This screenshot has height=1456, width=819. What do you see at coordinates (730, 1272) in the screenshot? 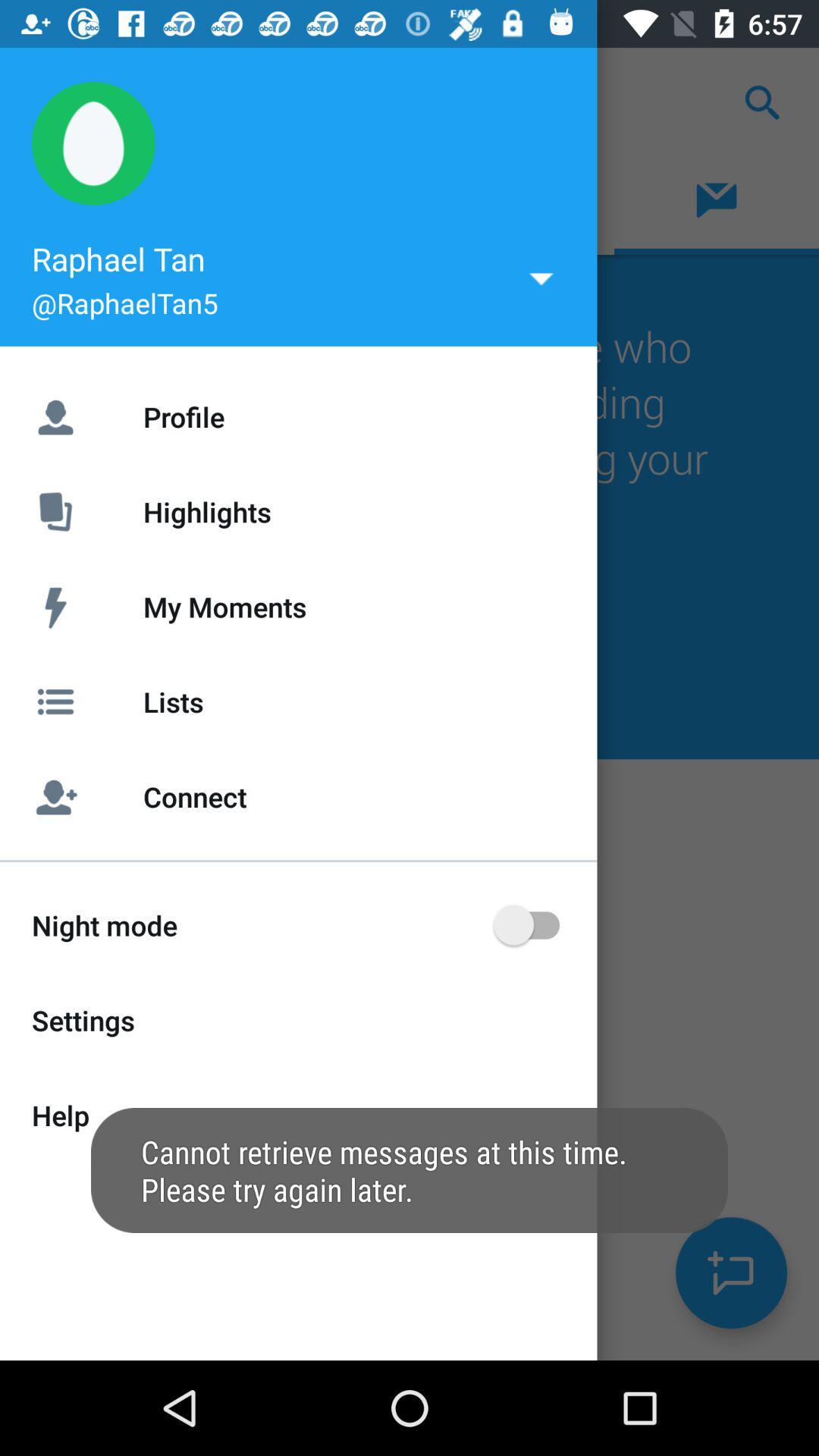
I see `the chat icon` at bounding box center [730, 1272].